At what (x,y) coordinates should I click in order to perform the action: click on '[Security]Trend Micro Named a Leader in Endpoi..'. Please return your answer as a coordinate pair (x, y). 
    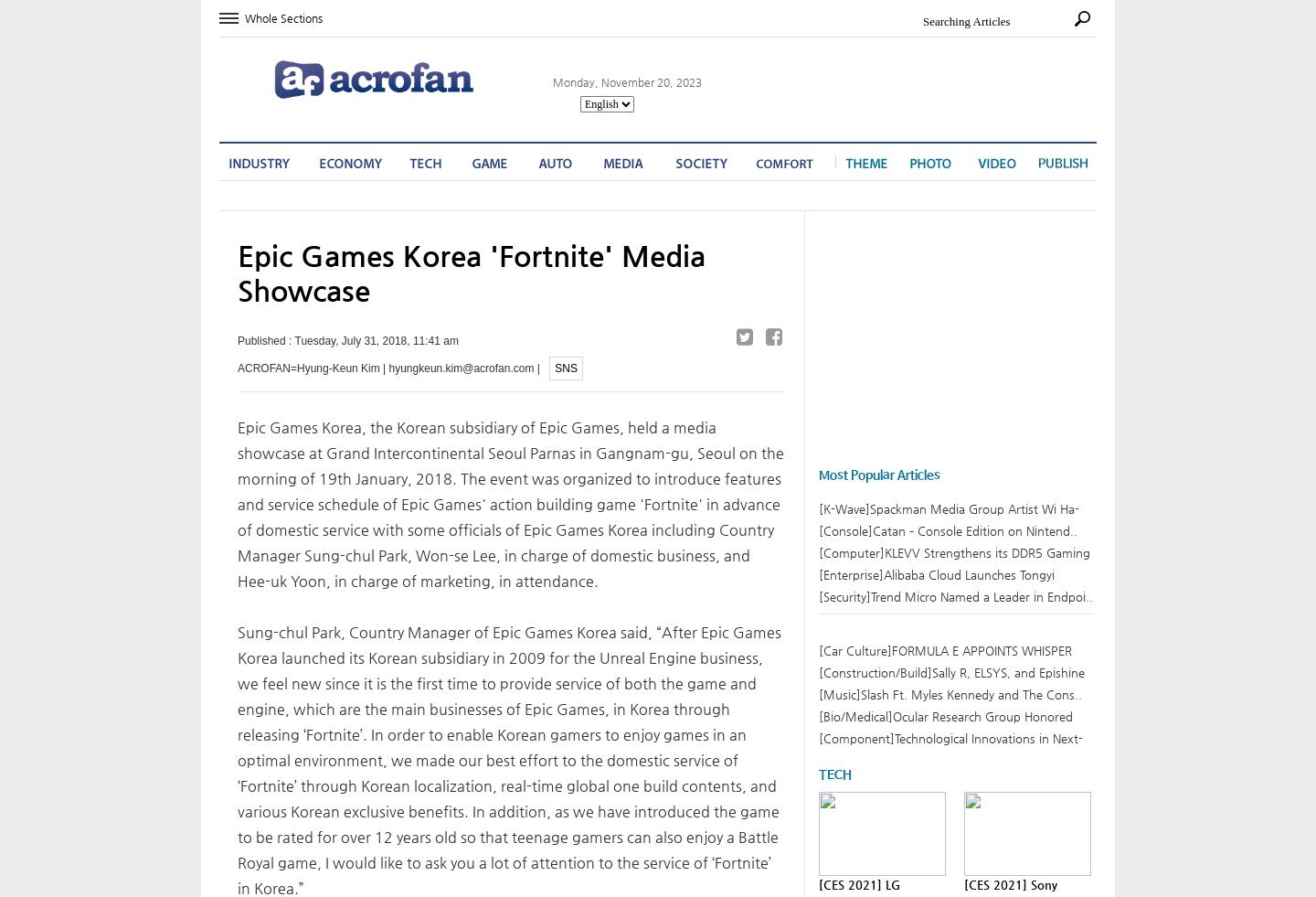
    Looking at the image, I should click on (956, 596).